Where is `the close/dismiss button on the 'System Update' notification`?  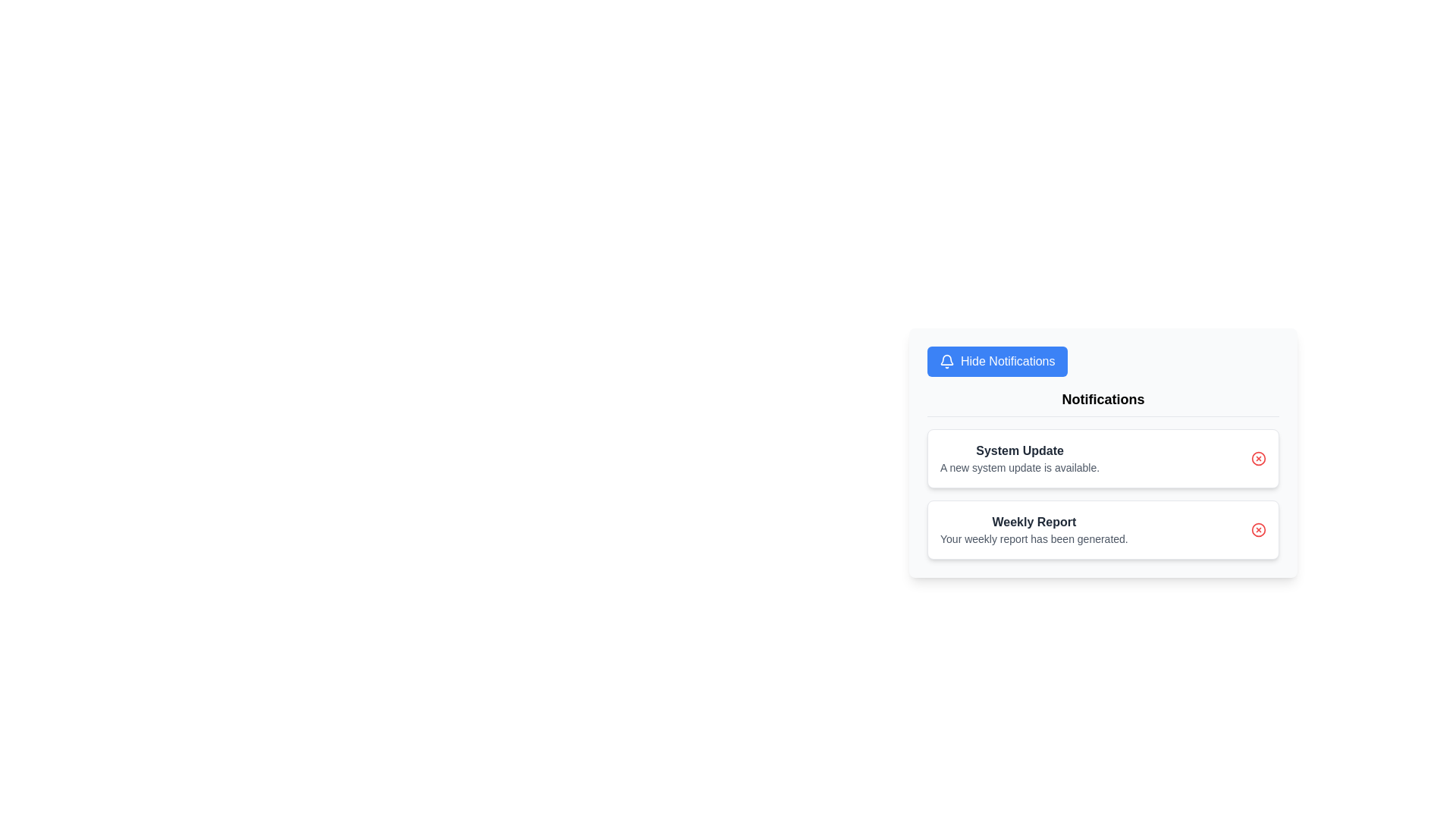
the close/dismiss button on the 'System Update' notification is located at coordinates (1259, 458).